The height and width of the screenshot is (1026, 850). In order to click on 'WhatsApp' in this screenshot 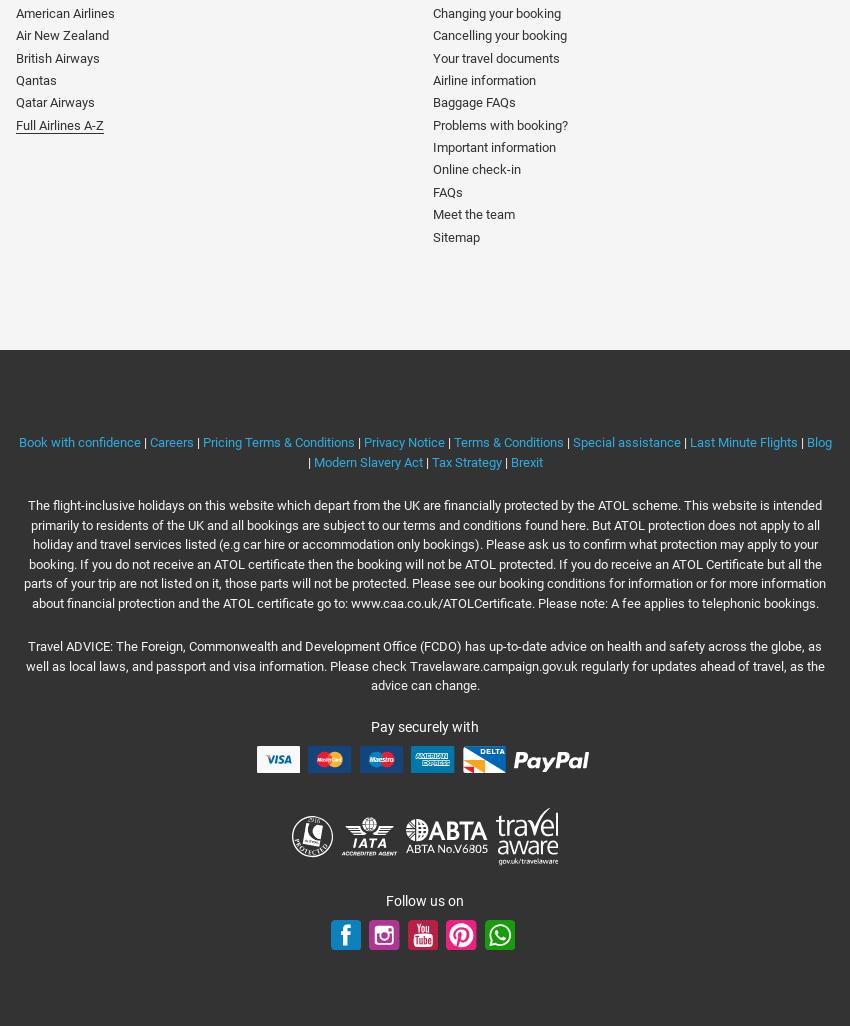, I will do `click(537, 926)`.